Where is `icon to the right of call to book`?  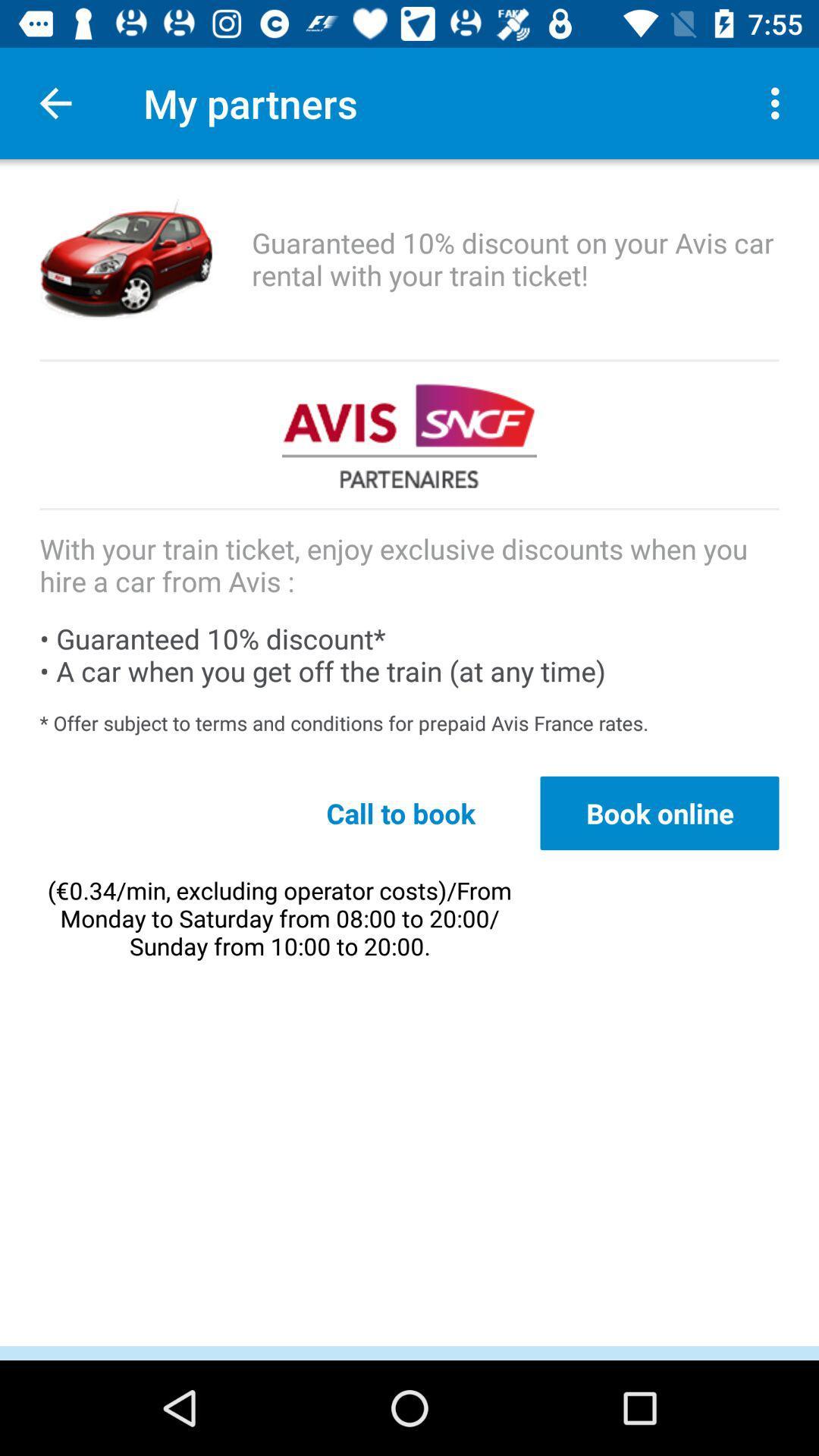 icon to the right of call to book is located at coordinates (659, 812).